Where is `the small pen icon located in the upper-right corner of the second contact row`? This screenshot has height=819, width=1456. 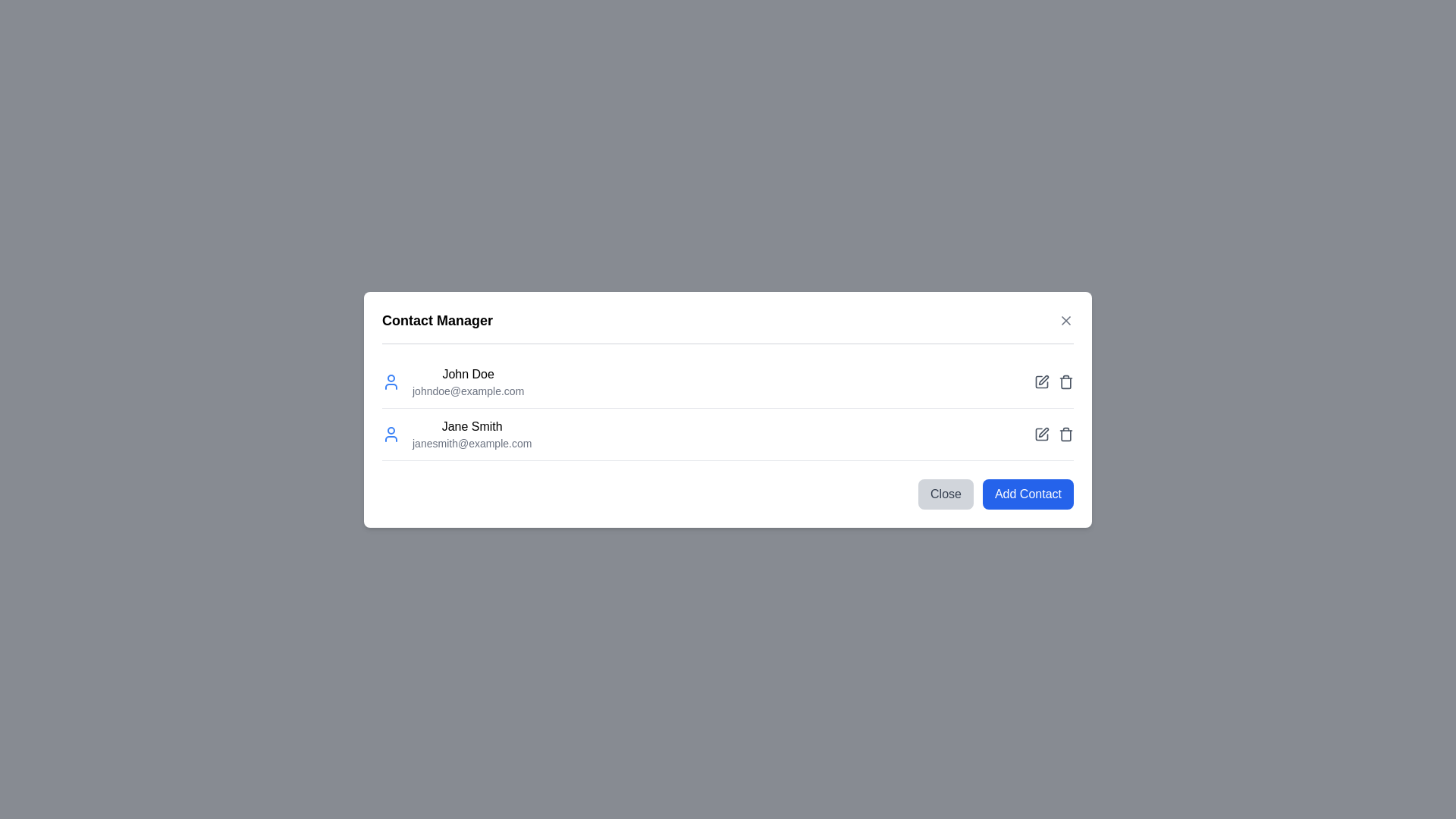 the small pen icon located in the upper-right corner of the second contact row is located at coordinates (1040, 380).